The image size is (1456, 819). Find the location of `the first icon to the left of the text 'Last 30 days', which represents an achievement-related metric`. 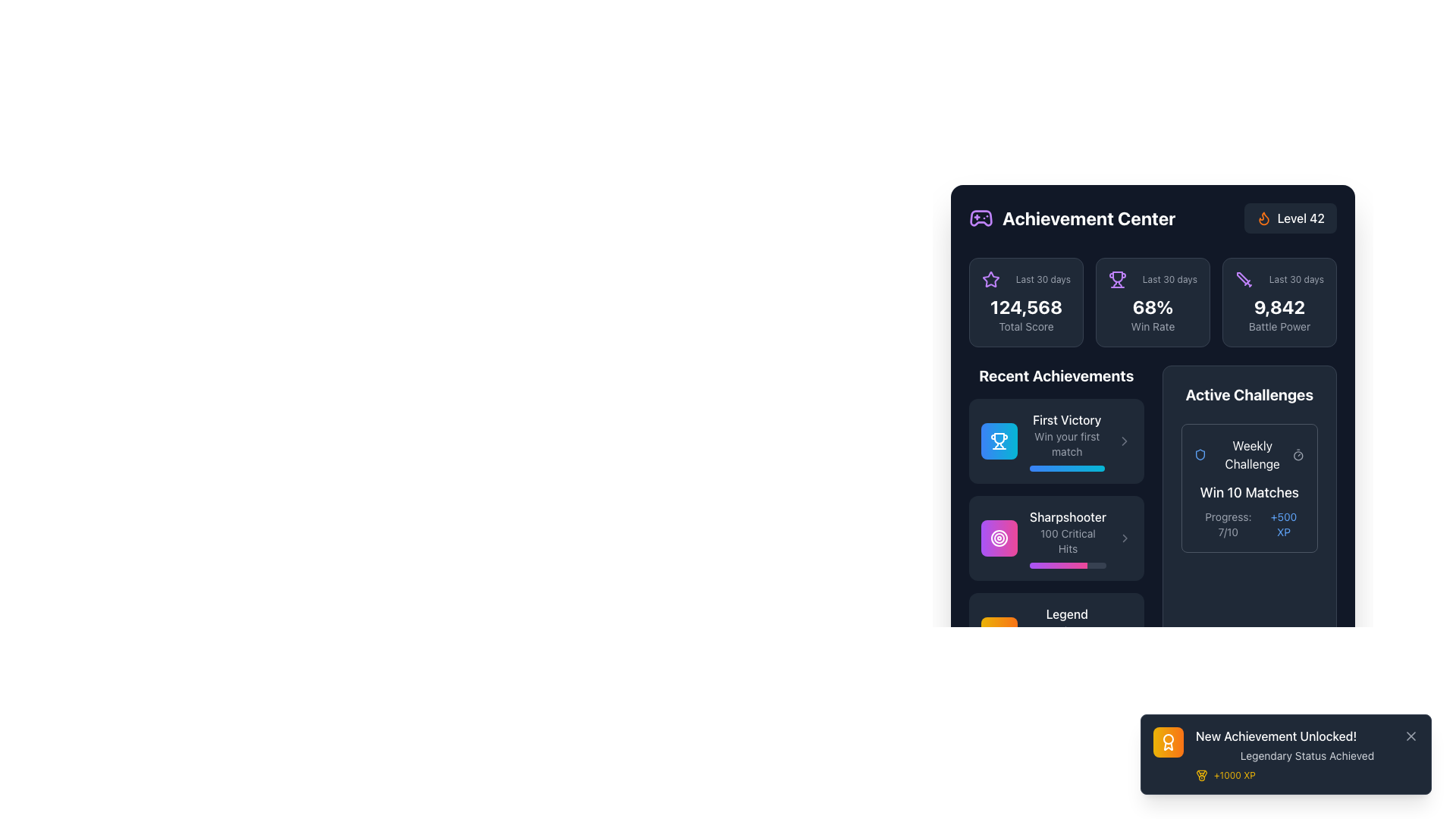

the first icon to the left of the text 'Last 30 days', which represents an achievement-related metric is located at coordinates (1117, 280).